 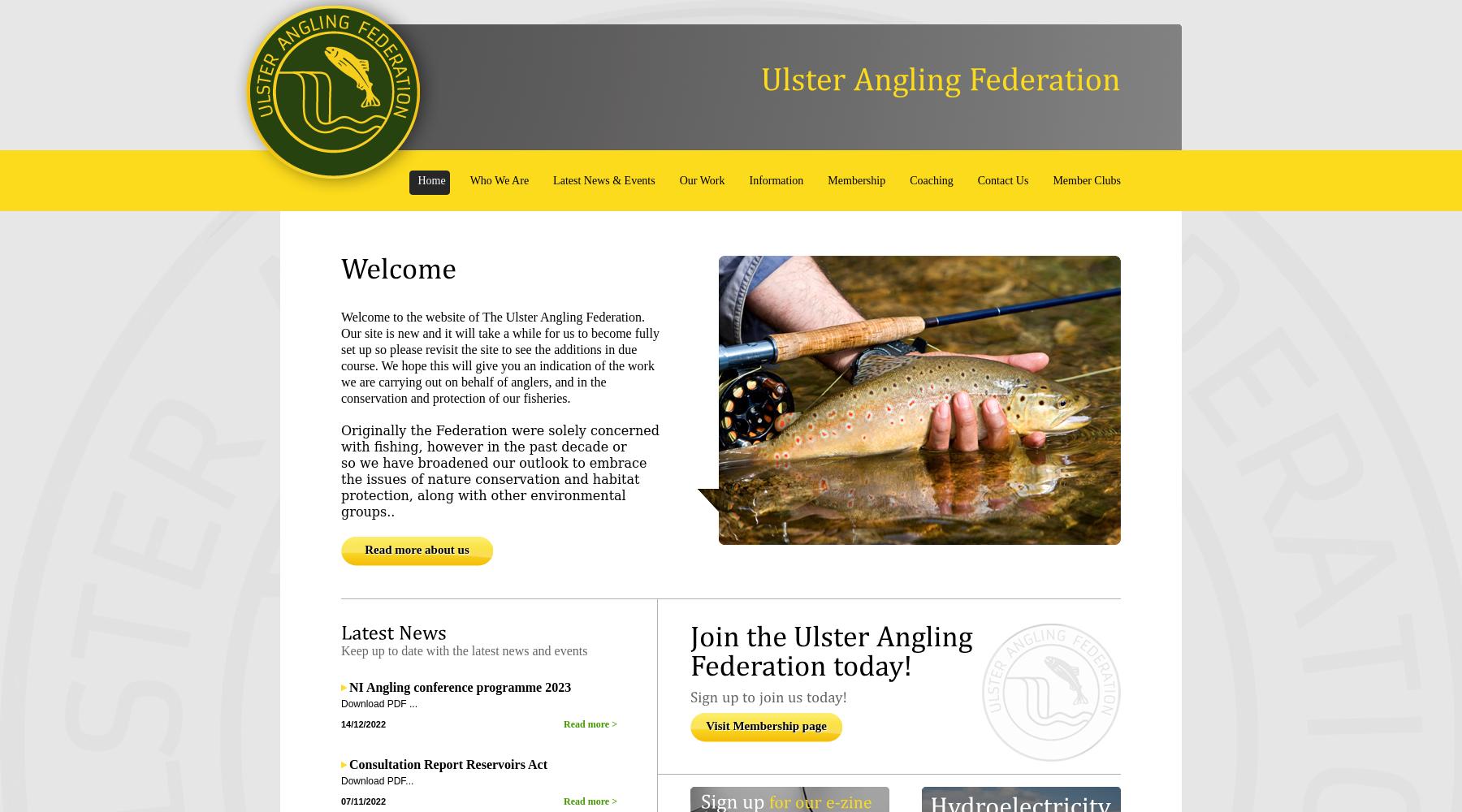 What do you see at coordinates (416, 550) in the screenshot?
I see `'Read more about us'` at bounding box center [416, 550].